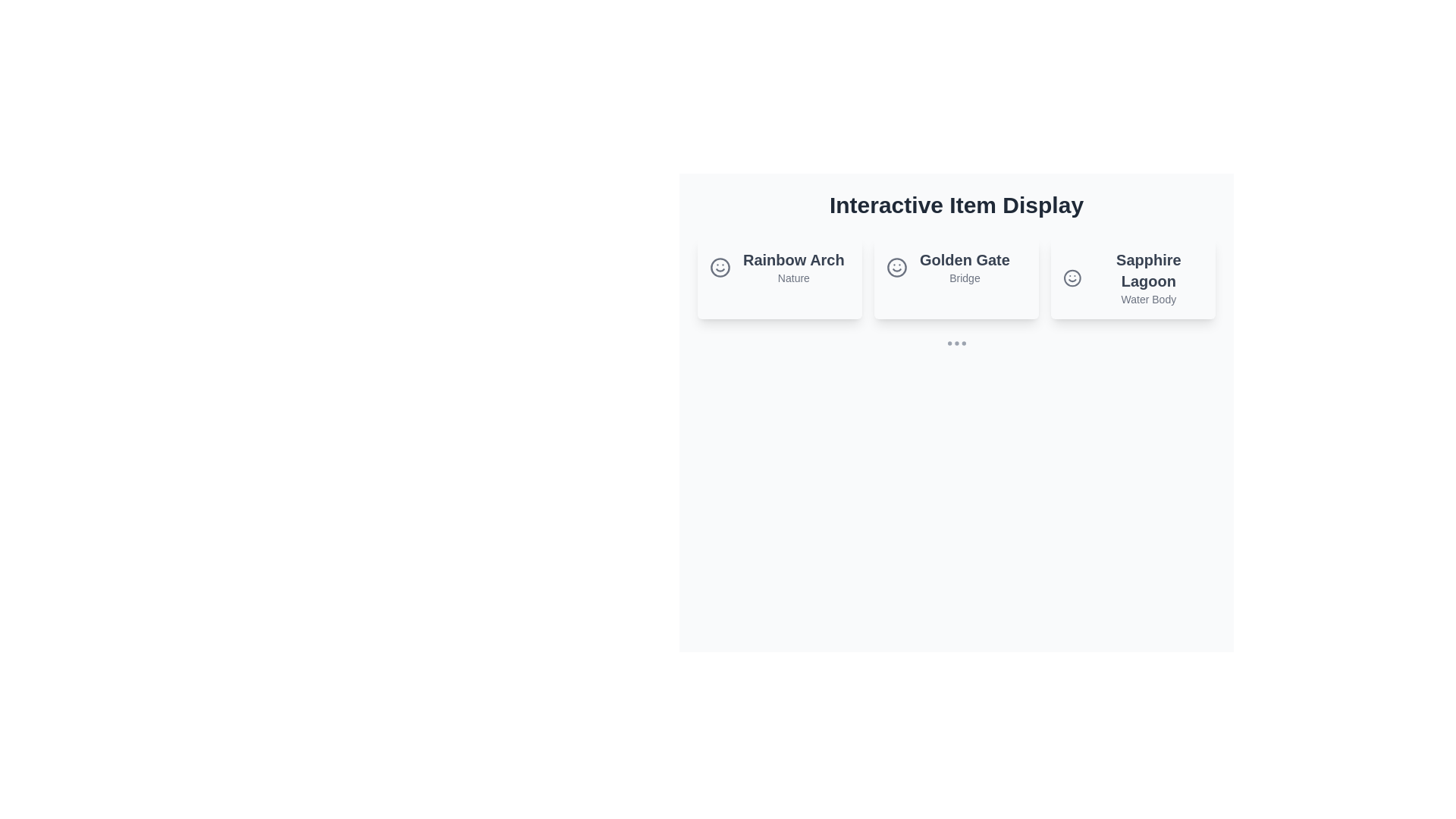  I want to click on the SVG Circle element located in the center of the smiley face icon within the 'Rainbow Arch' card, so click(720, 267).